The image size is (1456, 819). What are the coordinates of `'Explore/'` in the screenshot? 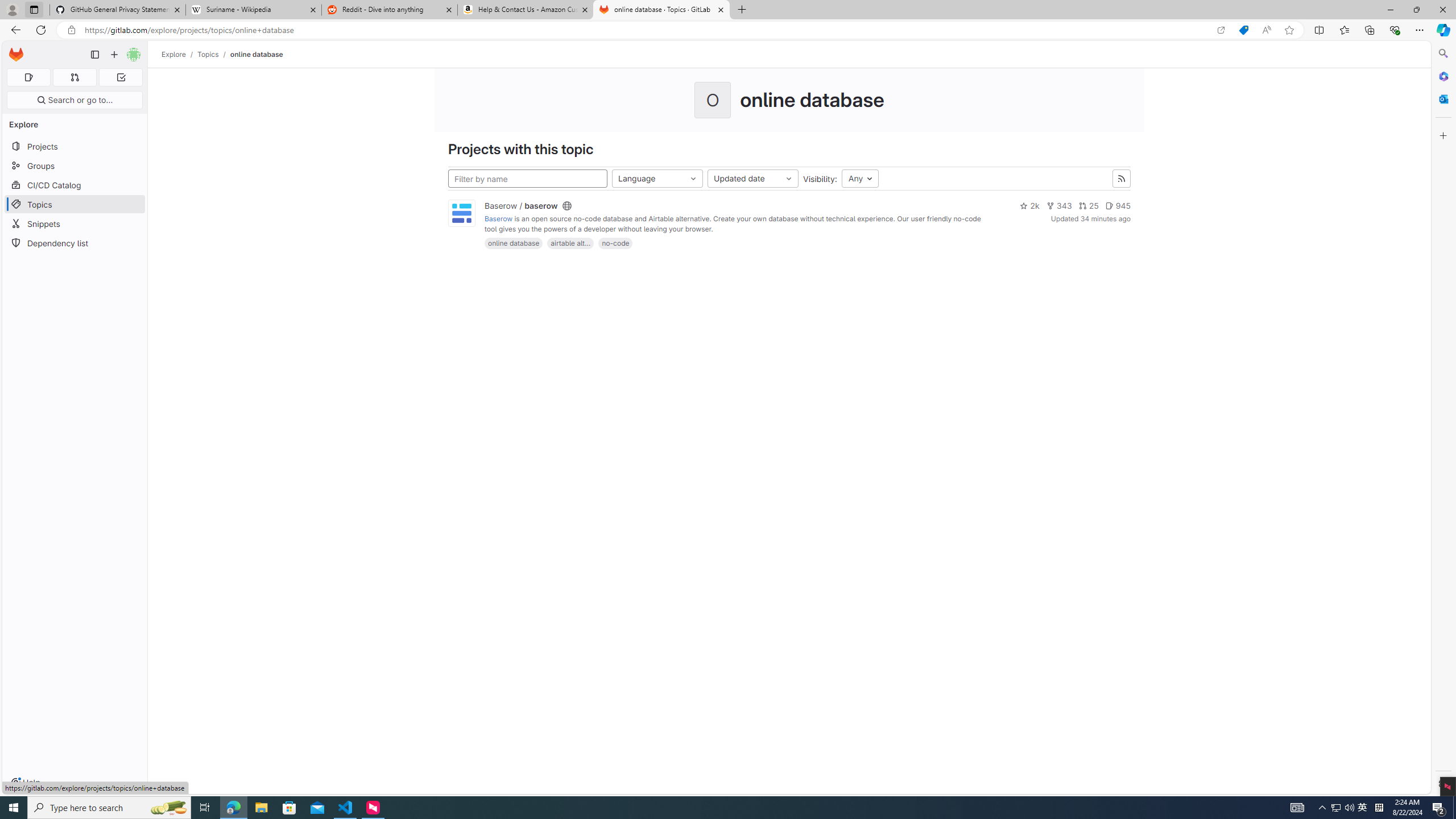 It's located at (179, 54).